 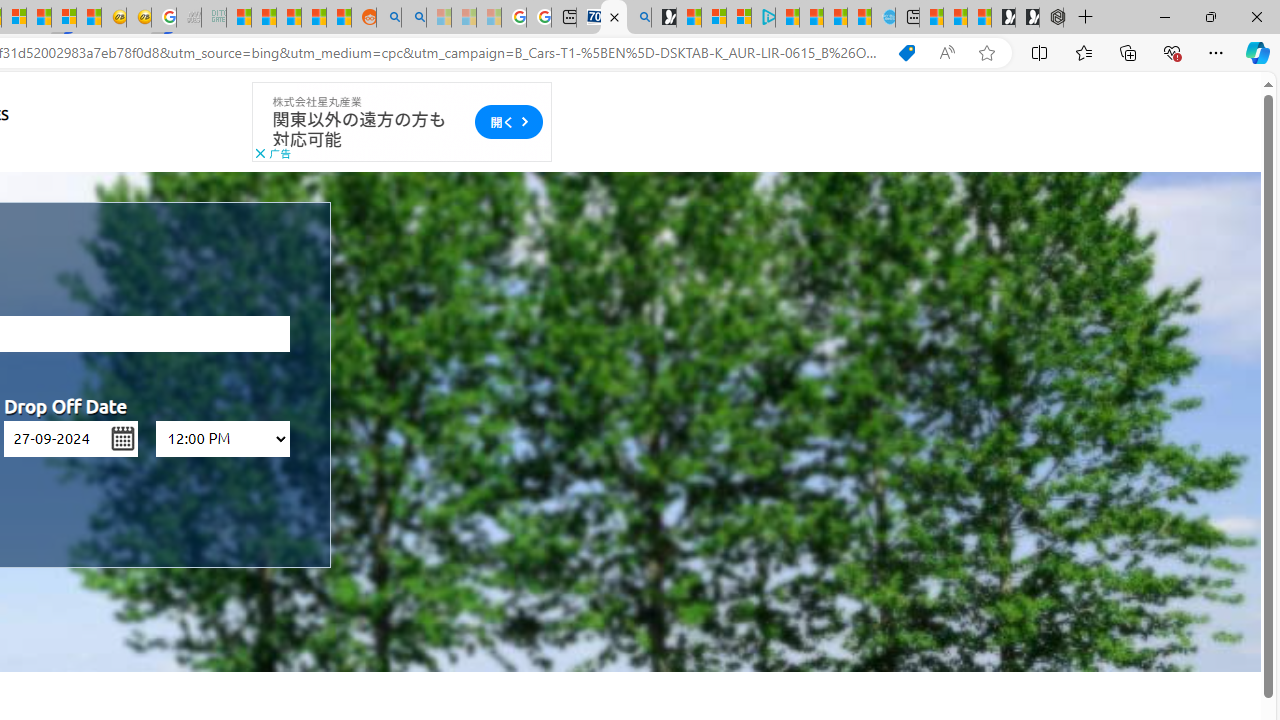 I want to click on 'MSNBC - MSN', so click(x=238, y=17).